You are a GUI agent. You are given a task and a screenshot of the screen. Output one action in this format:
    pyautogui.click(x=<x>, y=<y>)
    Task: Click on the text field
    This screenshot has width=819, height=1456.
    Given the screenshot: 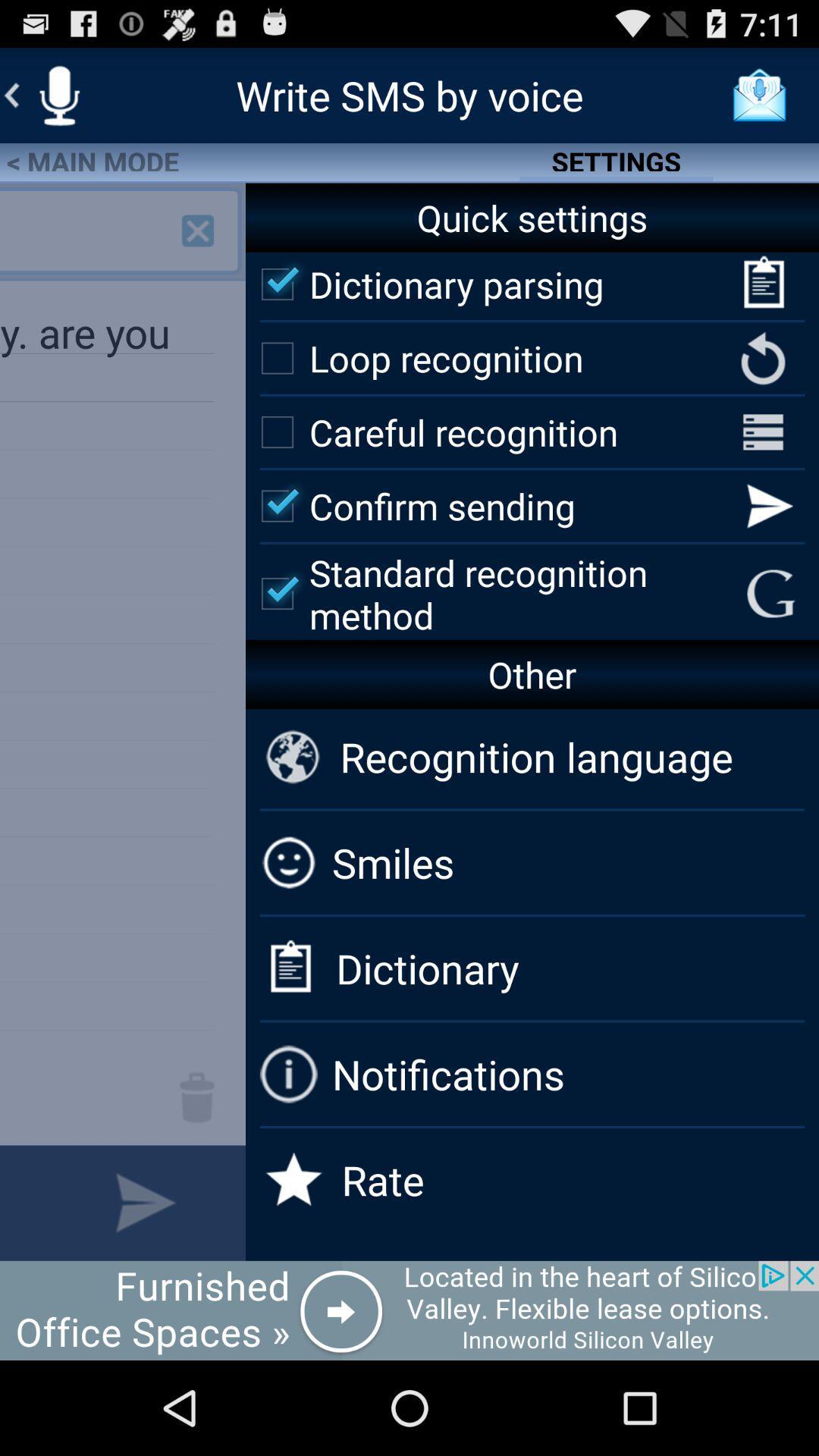 What is the action you would take?
    pyautogui.click(x=23, y=1202)
    